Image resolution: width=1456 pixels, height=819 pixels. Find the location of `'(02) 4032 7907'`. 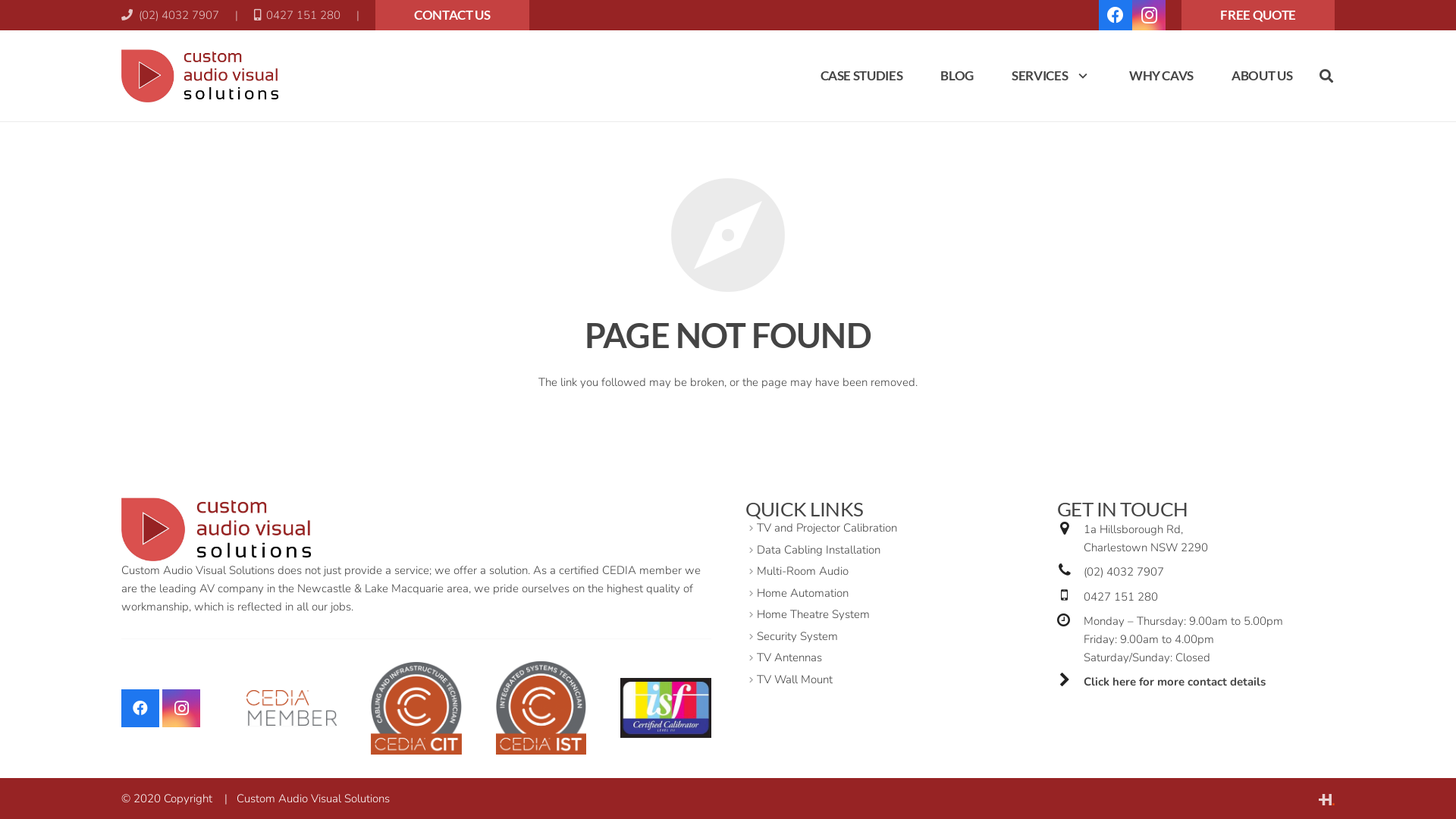

'(02) 4032 7907' is located at coordinates (1124, 572).